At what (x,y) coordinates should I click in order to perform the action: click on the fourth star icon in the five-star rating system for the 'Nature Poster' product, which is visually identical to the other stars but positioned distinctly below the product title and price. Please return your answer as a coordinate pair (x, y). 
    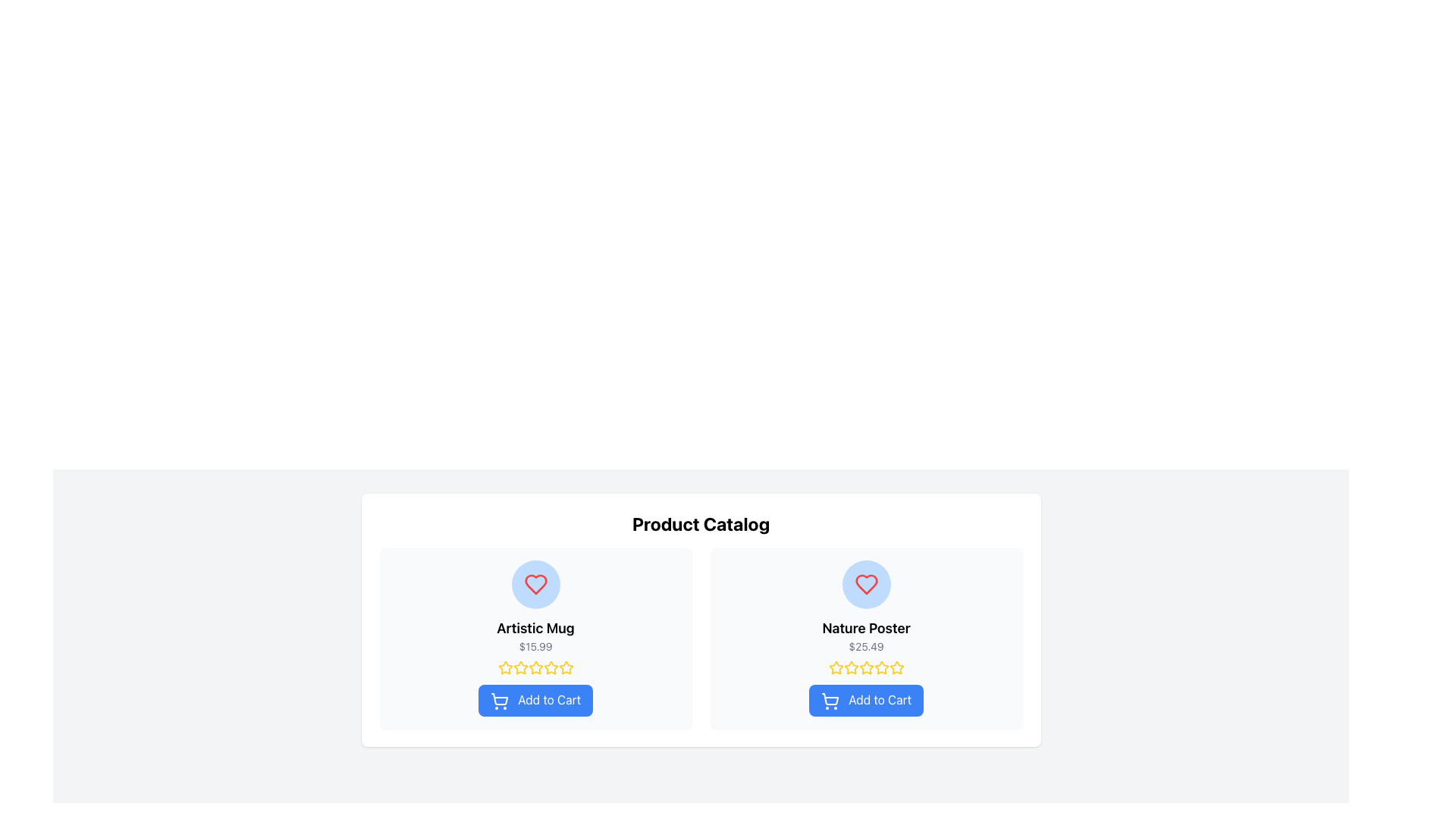
    Looking at the image, I should click on (866, 667).